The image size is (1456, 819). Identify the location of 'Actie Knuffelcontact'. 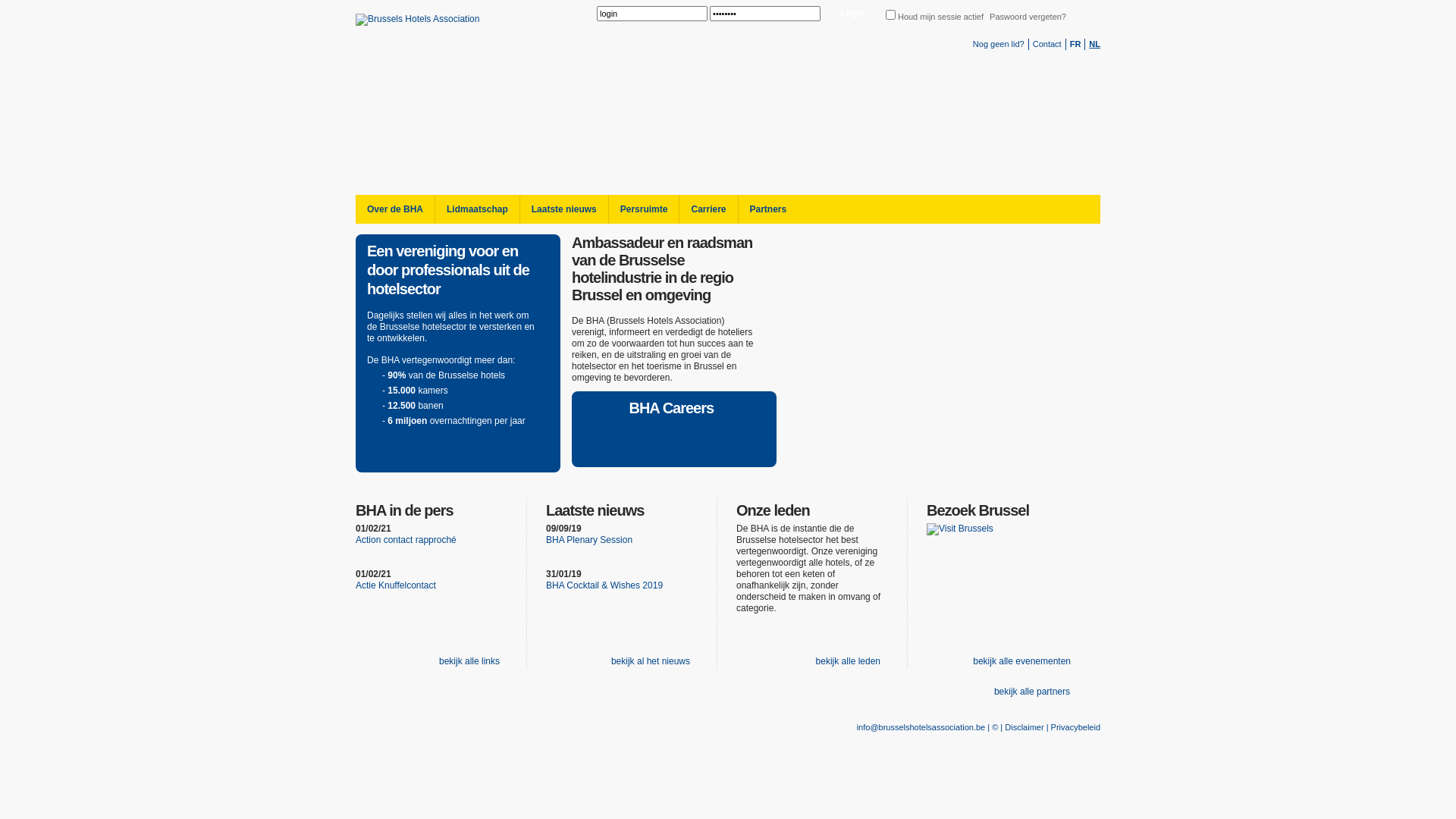
(396, 584).